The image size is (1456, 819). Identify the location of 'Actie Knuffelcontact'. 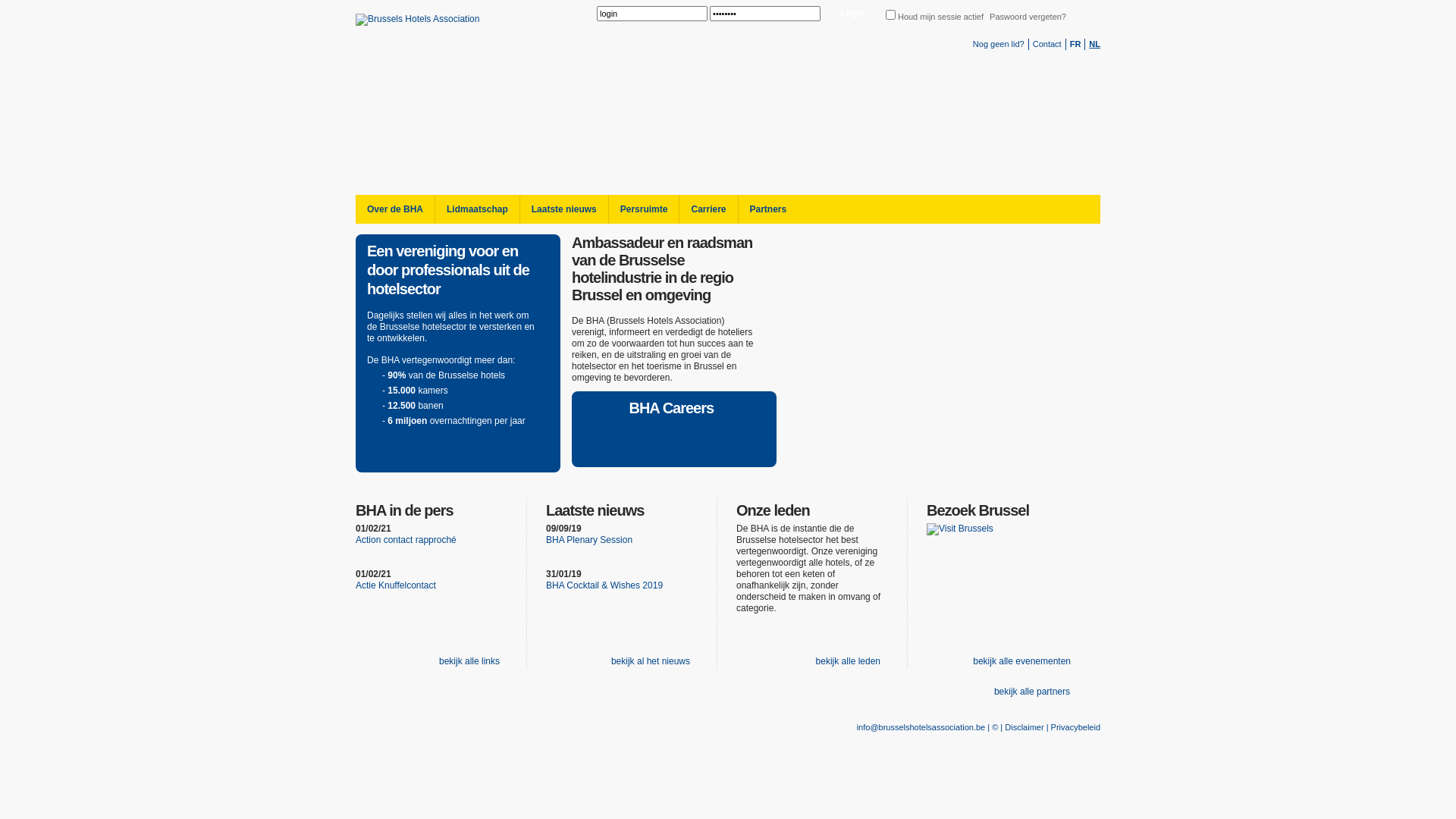
(396, 584).